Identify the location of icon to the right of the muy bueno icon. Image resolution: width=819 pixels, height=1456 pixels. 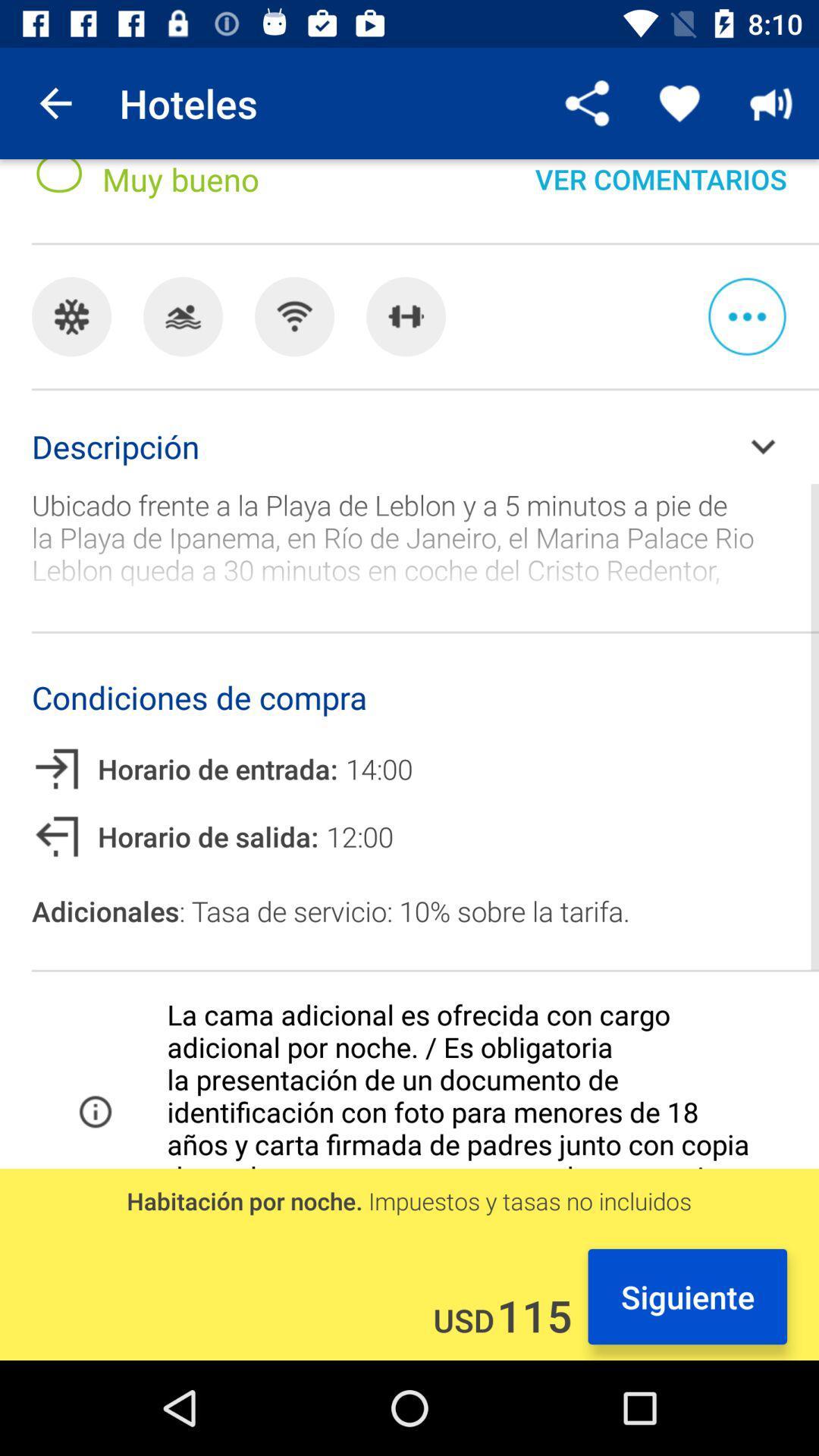
(660, 192).